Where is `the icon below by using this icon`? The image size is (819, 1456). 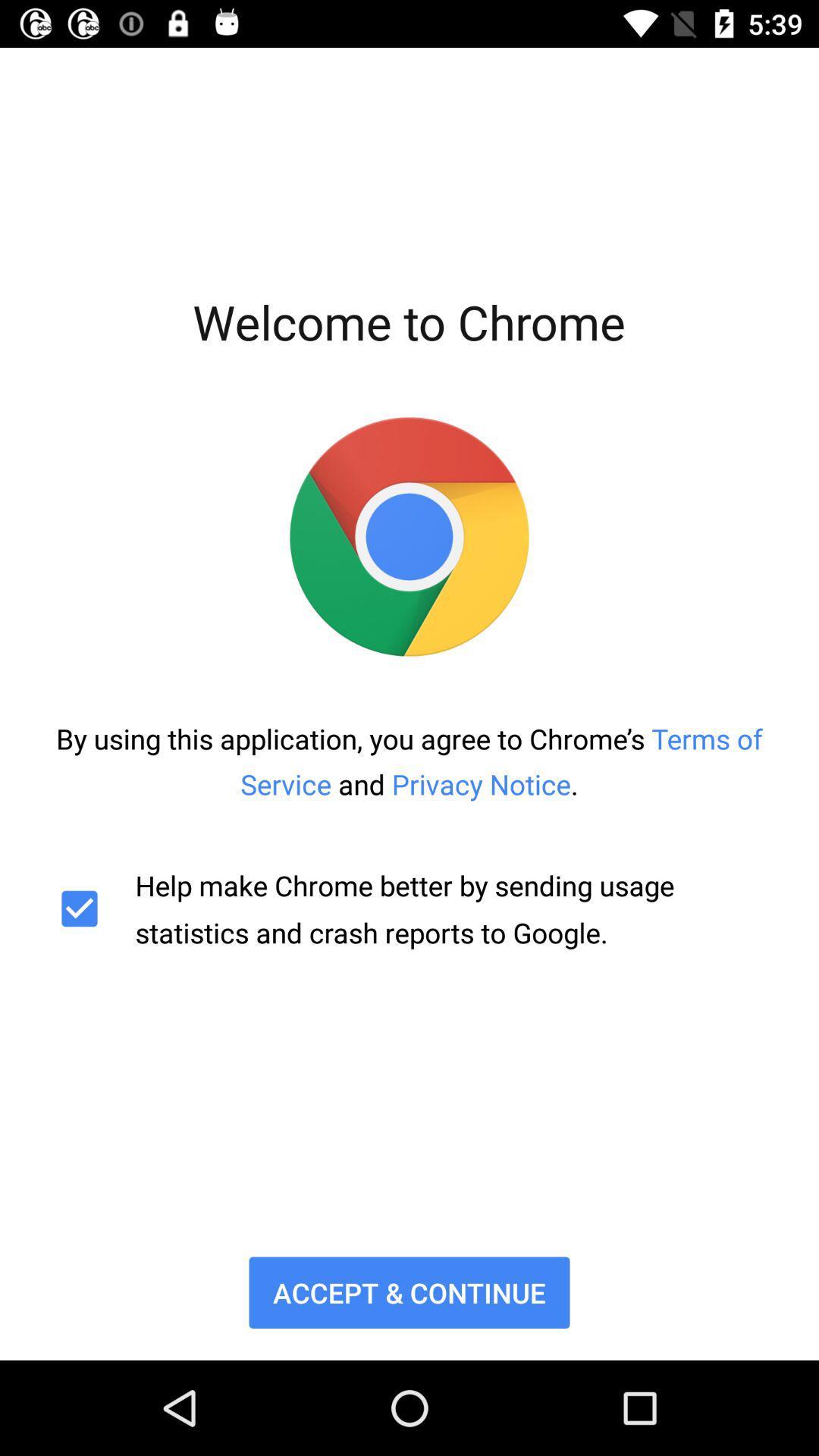
the icon below by using this icon is located at coordinates (409, 908).